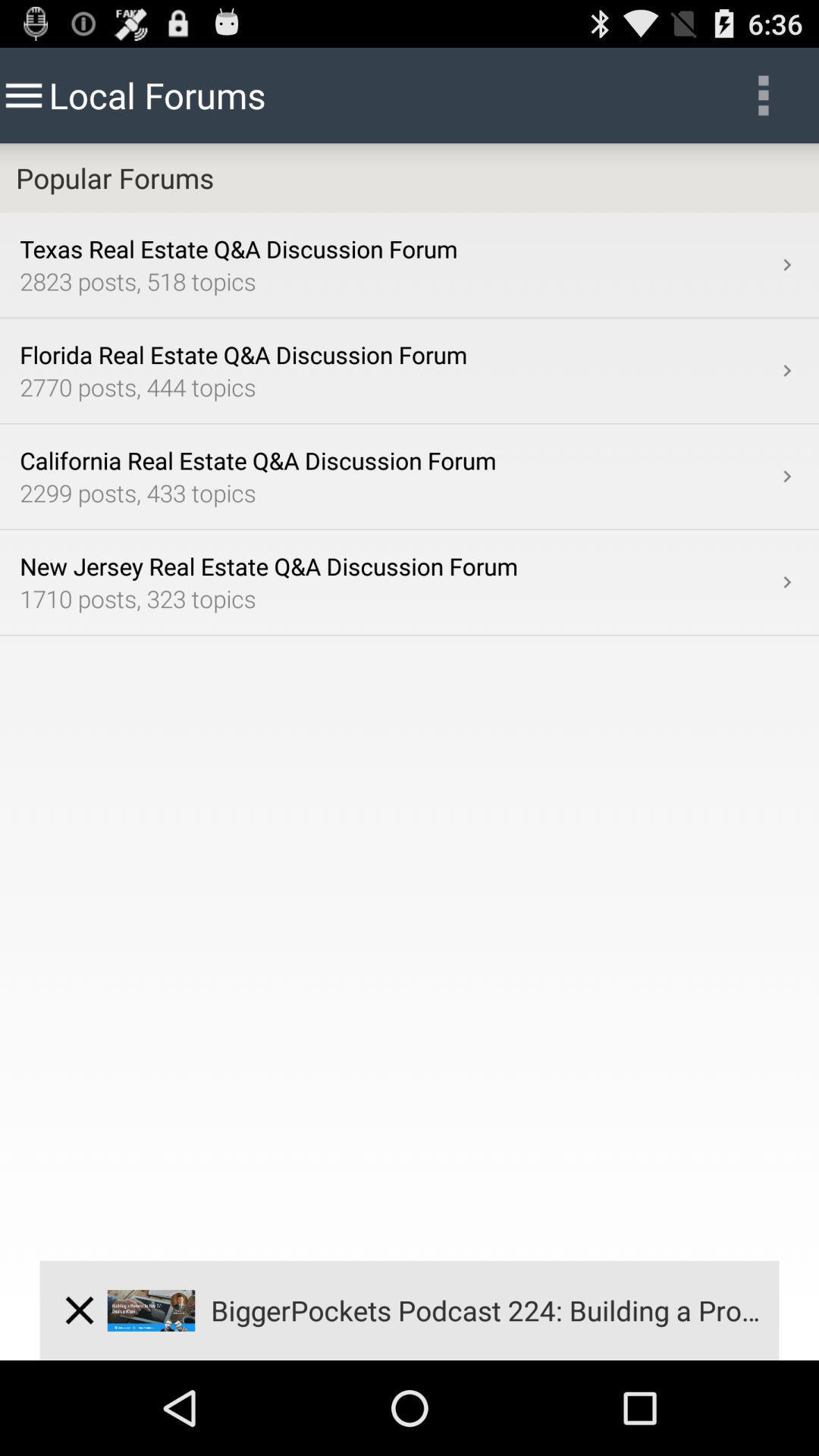 The height and width of the screenshot is (1456, 819). I want to click on the app below the popular forums, so click(786, 265).